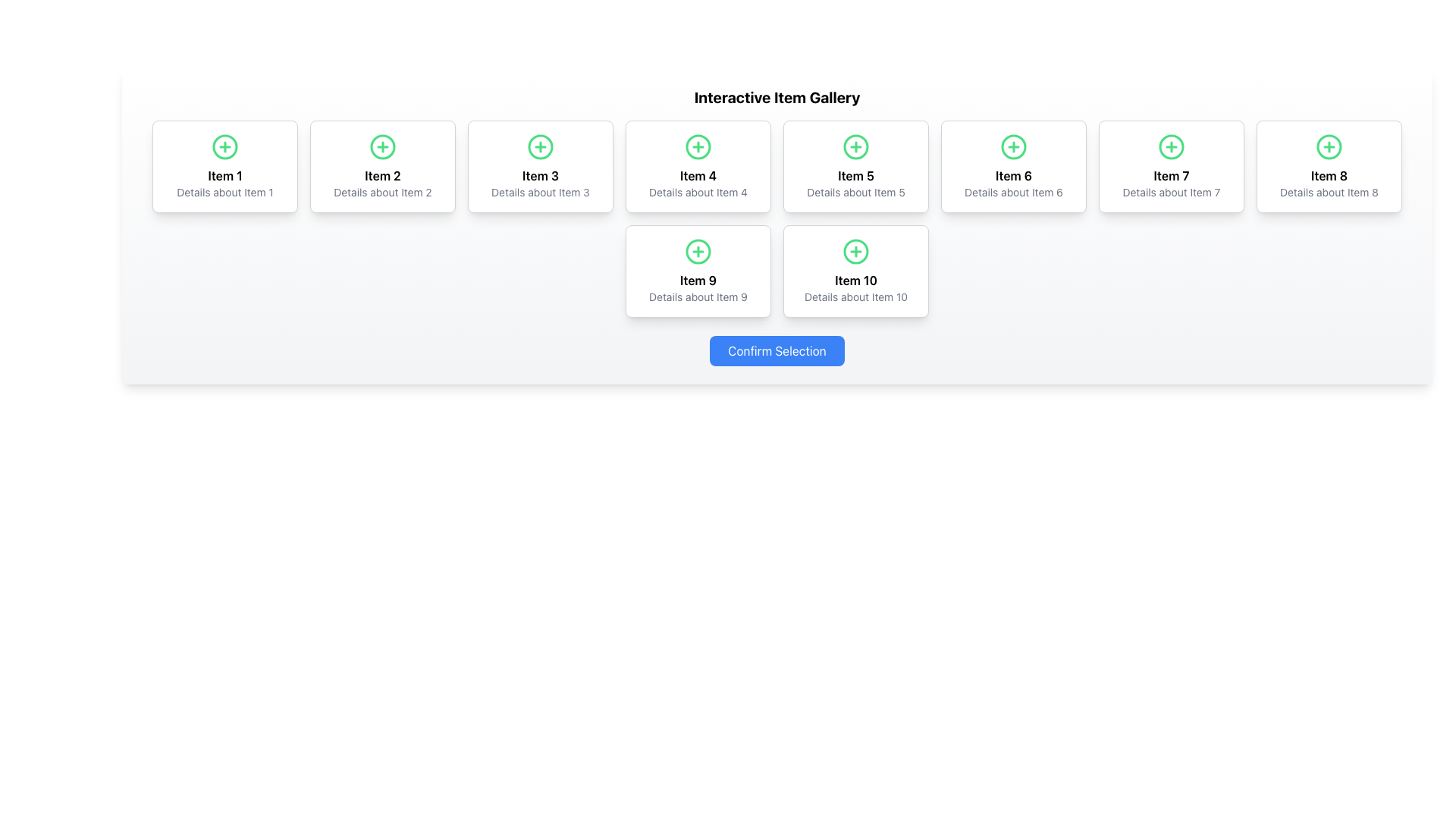 The height and width of the screenshot is (819, 1456). What do you see at coordinates (1328, 146) in the screenshot?
I see `the circular graphical element within the 'Item 8' card that signifies the option to add or select it for further interaction` at bounding box center [1328, 146].